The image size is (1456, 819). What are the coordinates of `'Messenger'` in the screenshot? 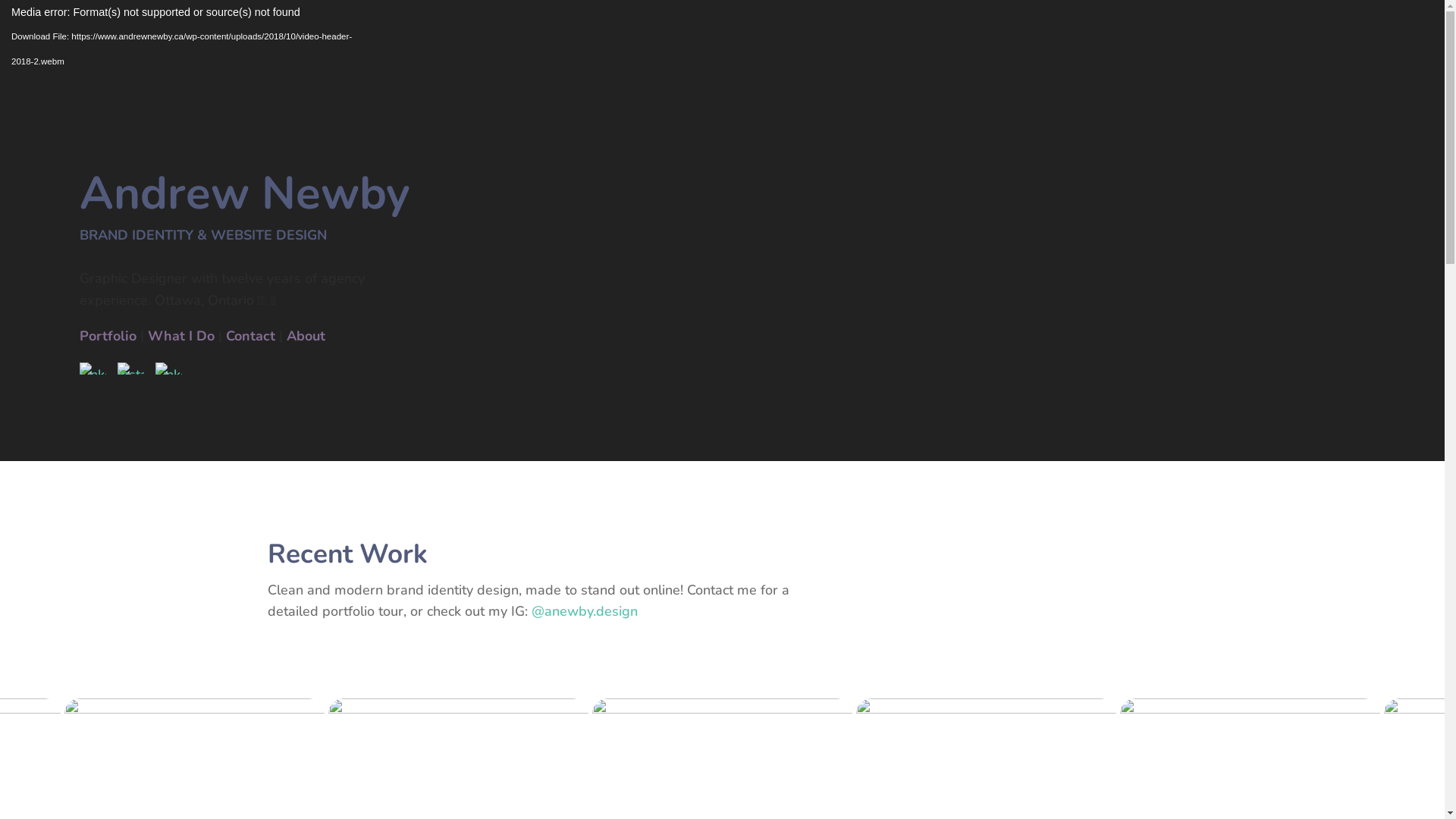 It's located at (168, 369).